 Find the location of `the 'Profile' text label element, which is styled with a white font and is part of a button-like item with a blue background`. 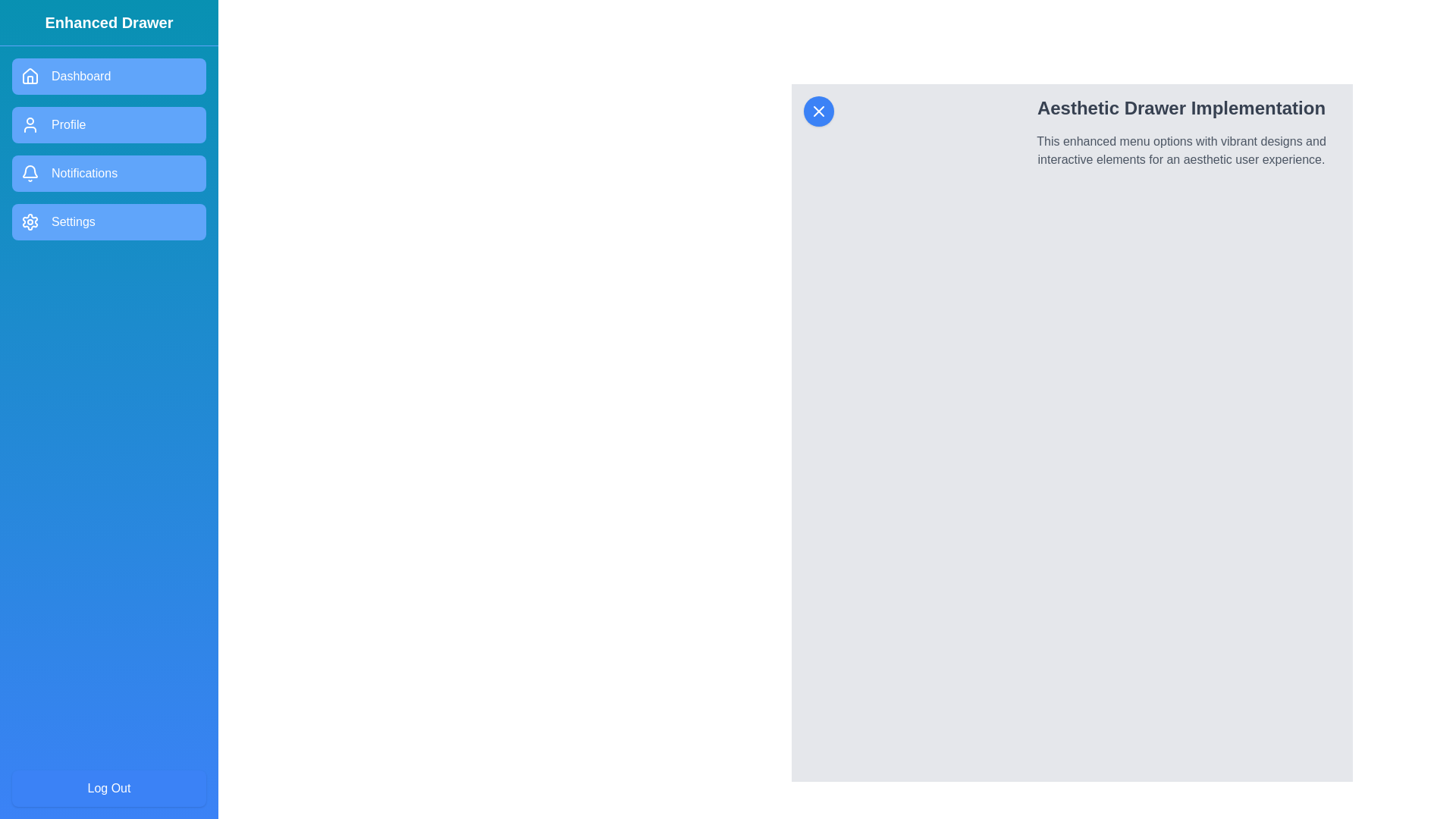

the 'Profile' text label element, which is styled with a white font and is part of a button-like item with a blue background is located at coordinates (67, 124).